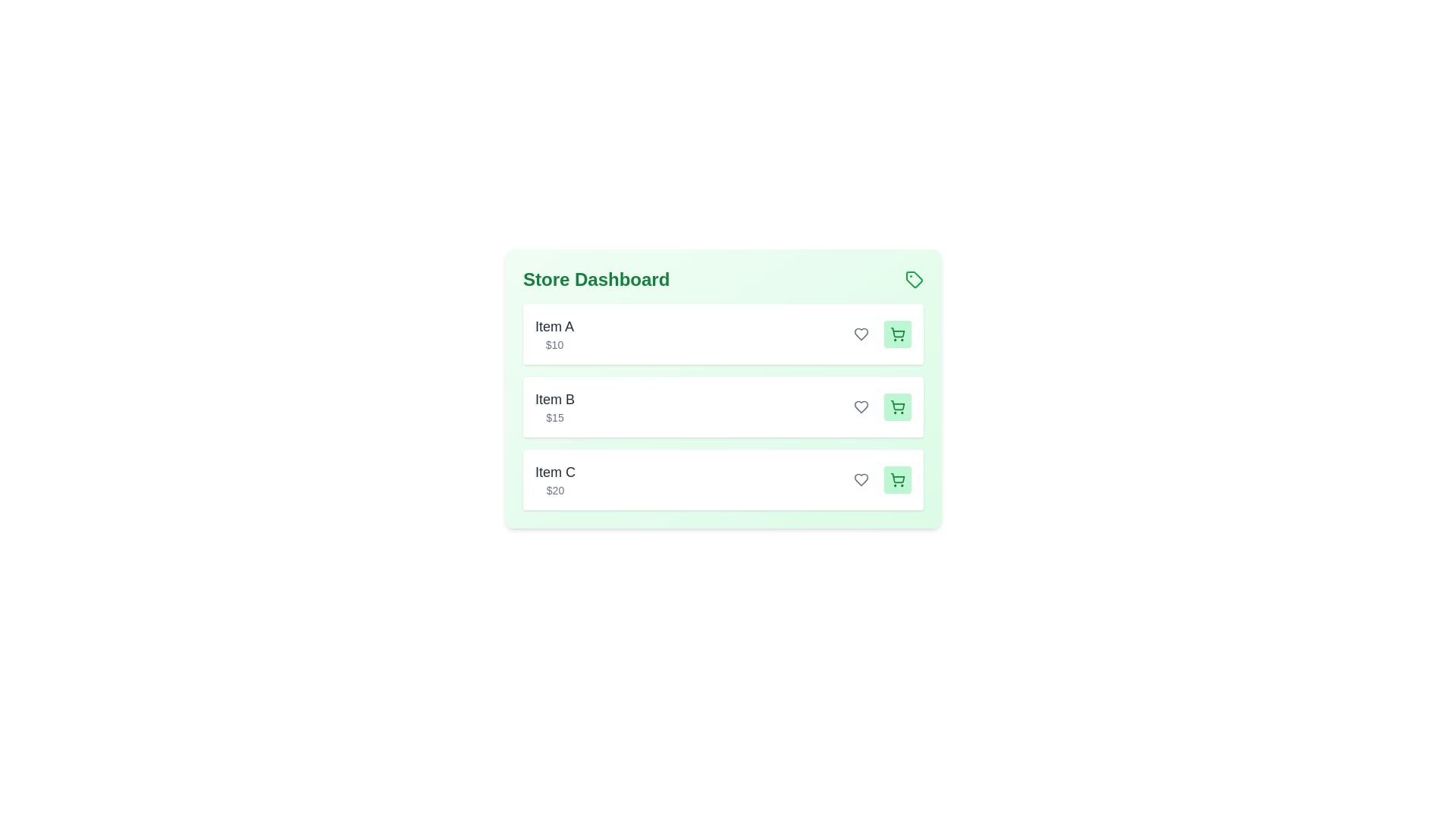 Image resolution: width=1456 pixels, height=819 pixels. I want to click on the green shopping cart icon located at the far-right end of the second item entry, so click(898, 404).